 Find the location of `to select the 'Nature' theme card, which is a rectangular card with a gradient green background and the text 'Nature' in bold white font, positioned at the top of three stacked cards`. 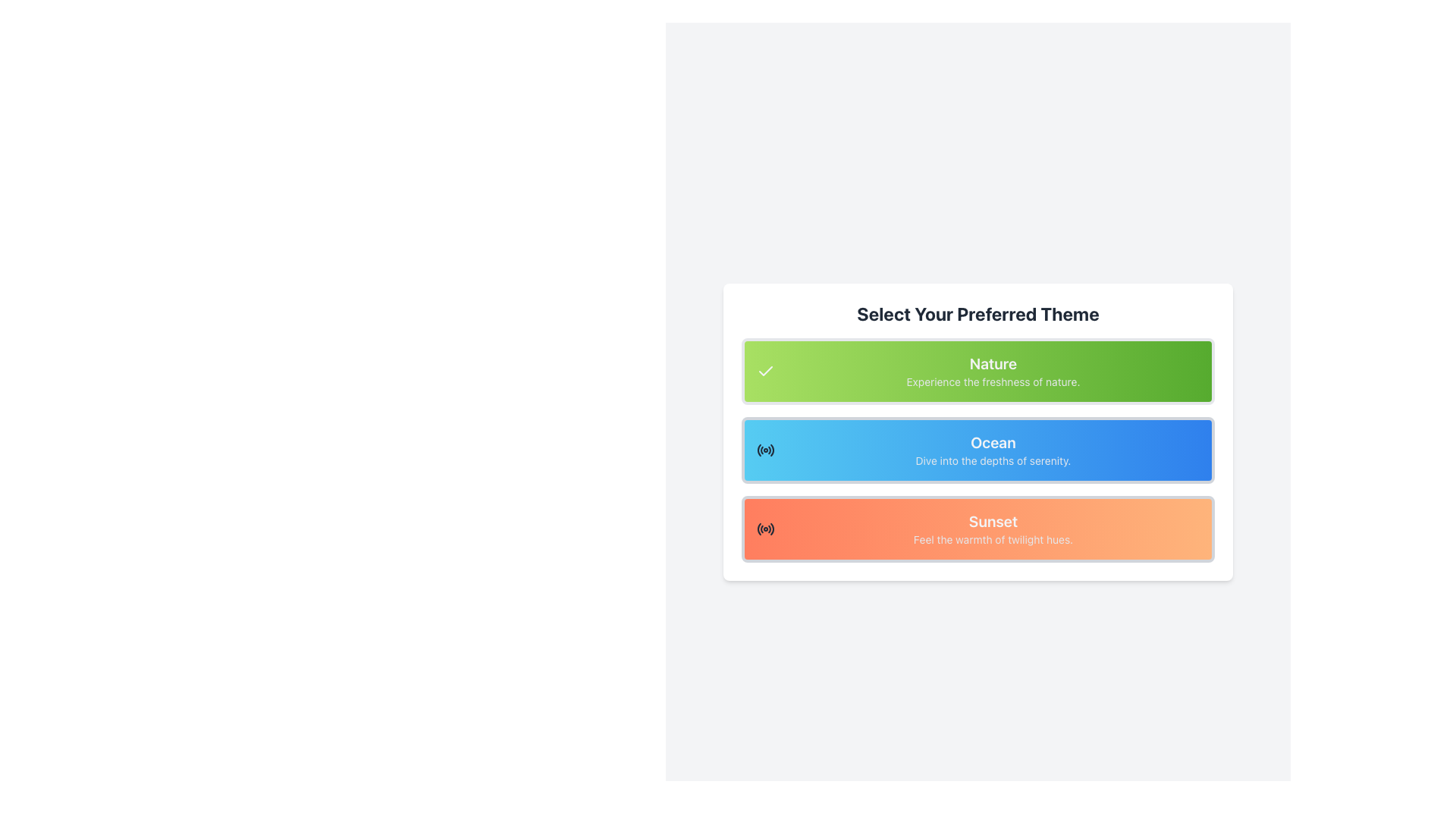

to select the 'Nature' theme card, which is a rectangular card with a gradient green background and the text 'Nature' in bold white font, positioned at the top of three stacked cards is located at coordinates (978, 371).